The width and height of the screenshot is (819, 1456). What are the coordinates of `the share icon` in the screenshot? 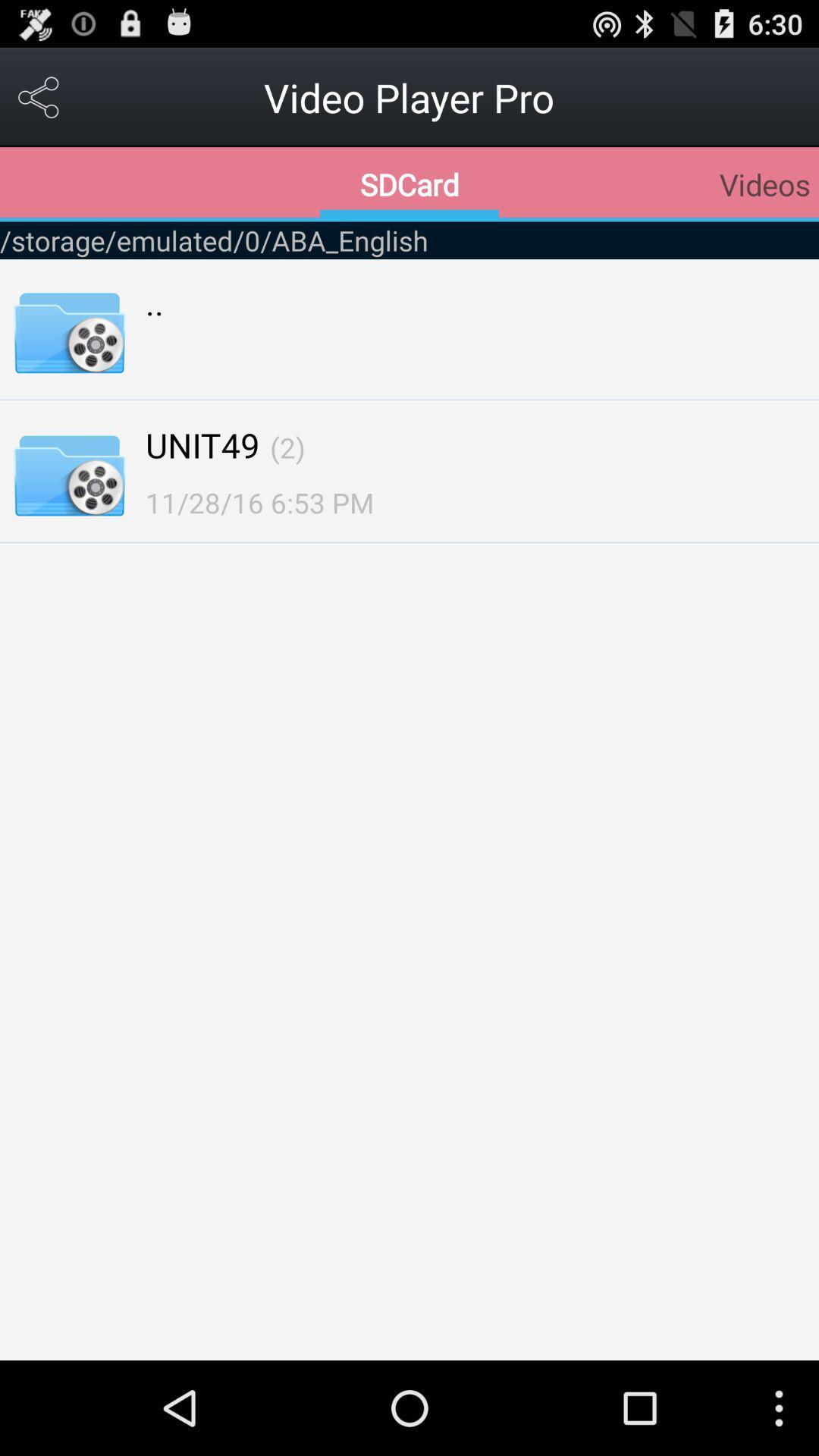 It's located at (39, 103).